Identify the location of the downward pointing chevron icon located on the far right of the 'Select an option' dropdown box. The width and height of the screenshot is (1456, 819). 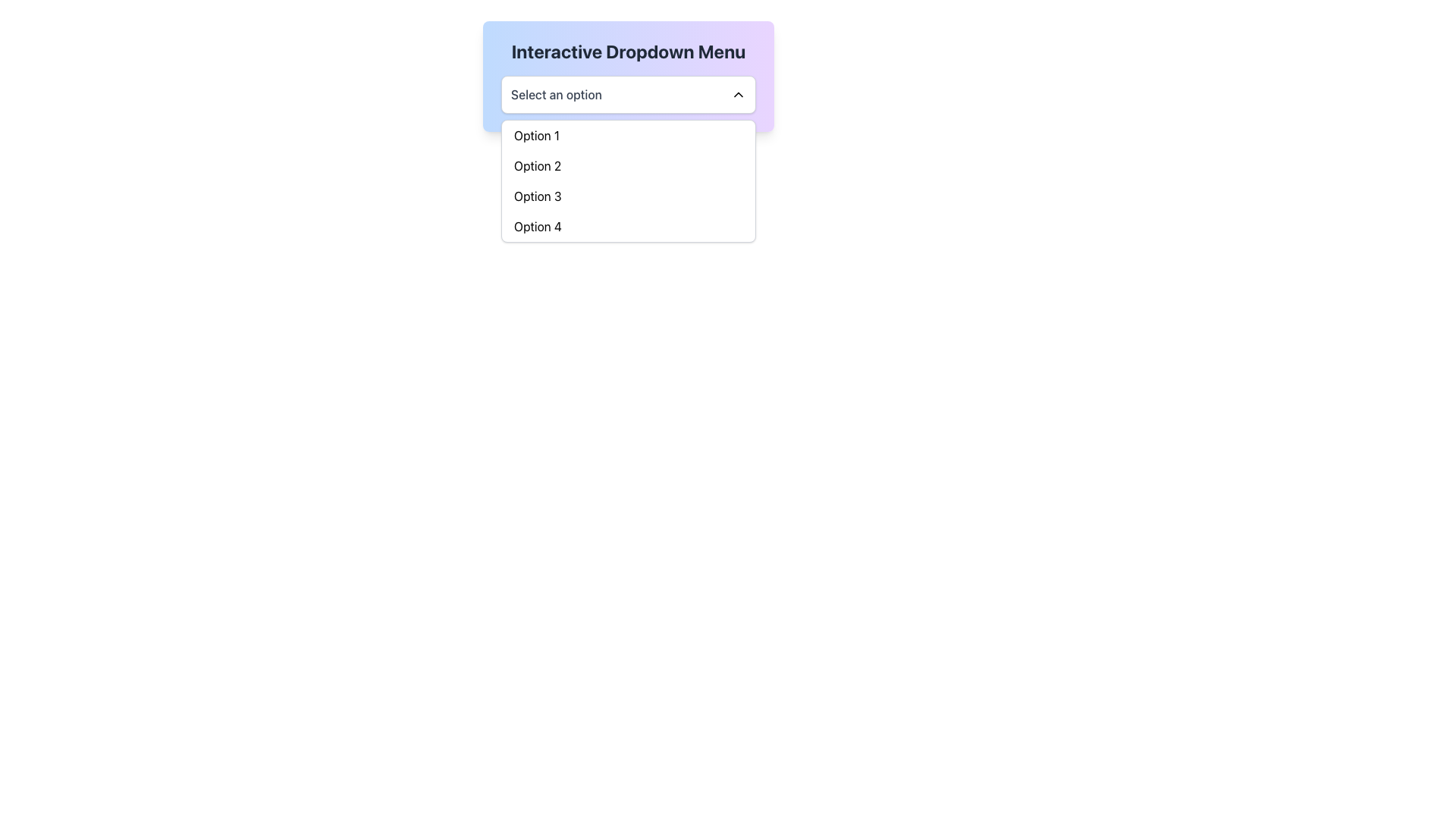
(739, 94).